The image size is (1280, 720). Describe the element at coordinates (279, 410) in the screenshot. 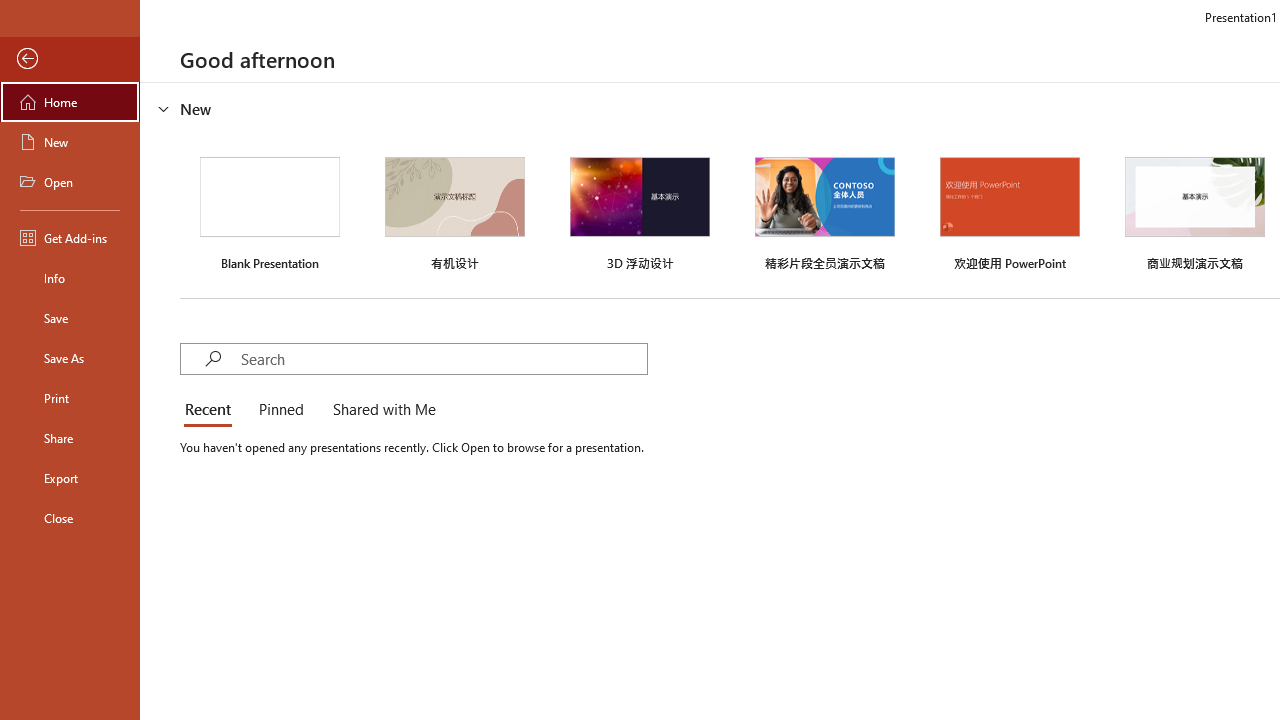

I see `'Pinned'` at that location.